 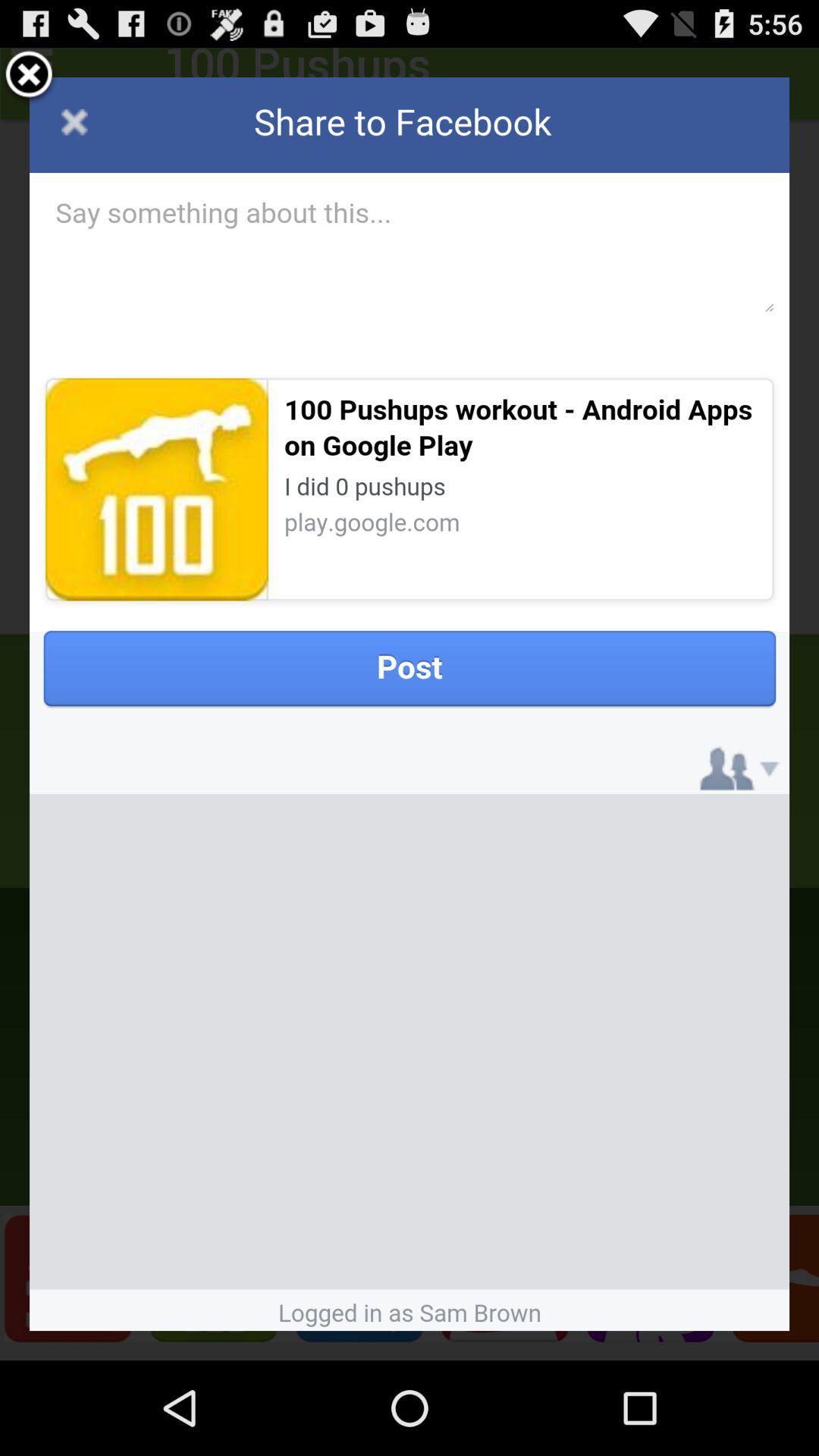 I want to click on the close icon, so click(x=29, y=81).